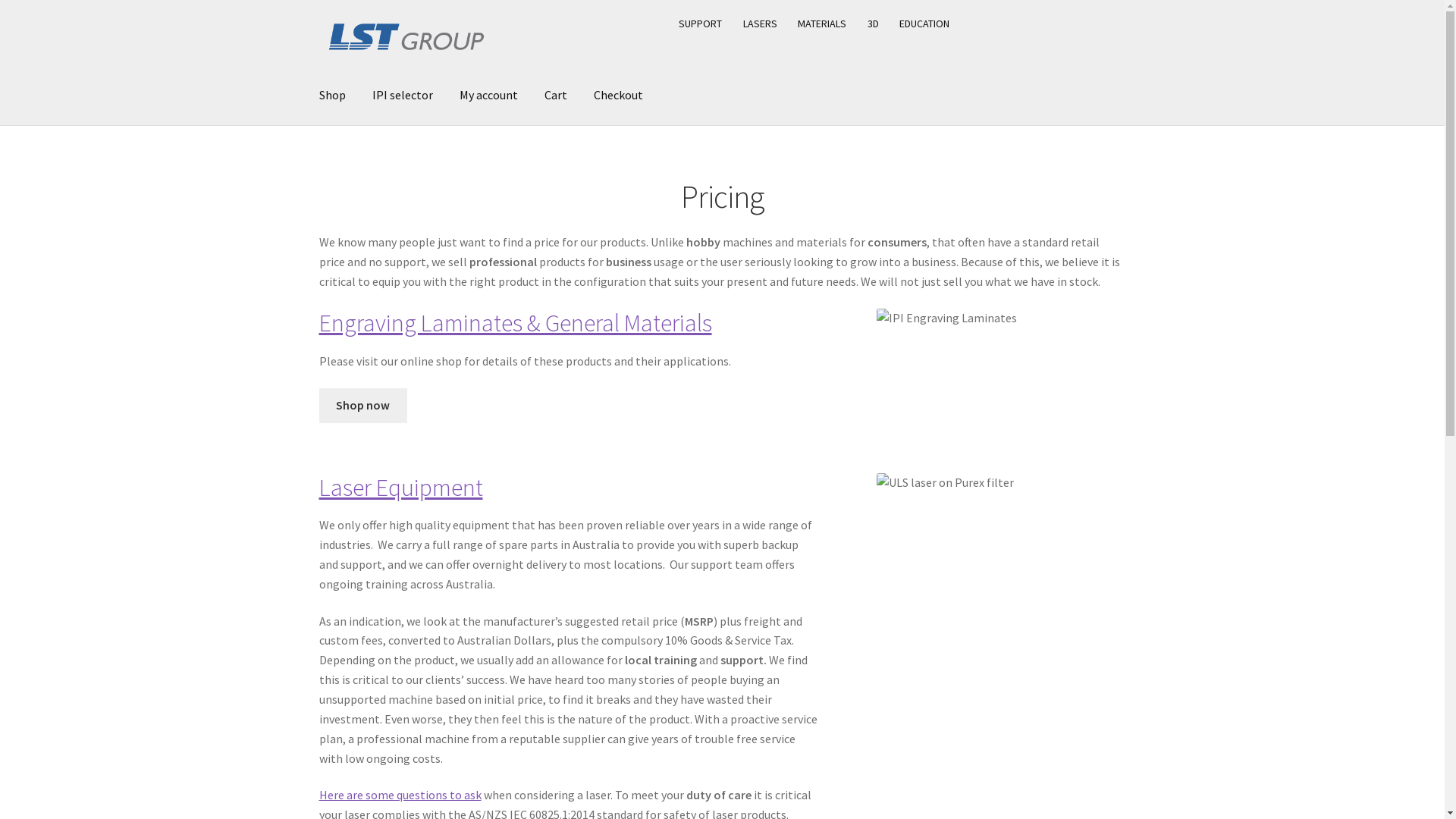 This screenshot has width=1456, height=819. Describe the element at coordinates (318, 7) in the screenshot. I see `'Skip to navigation'` at that location.